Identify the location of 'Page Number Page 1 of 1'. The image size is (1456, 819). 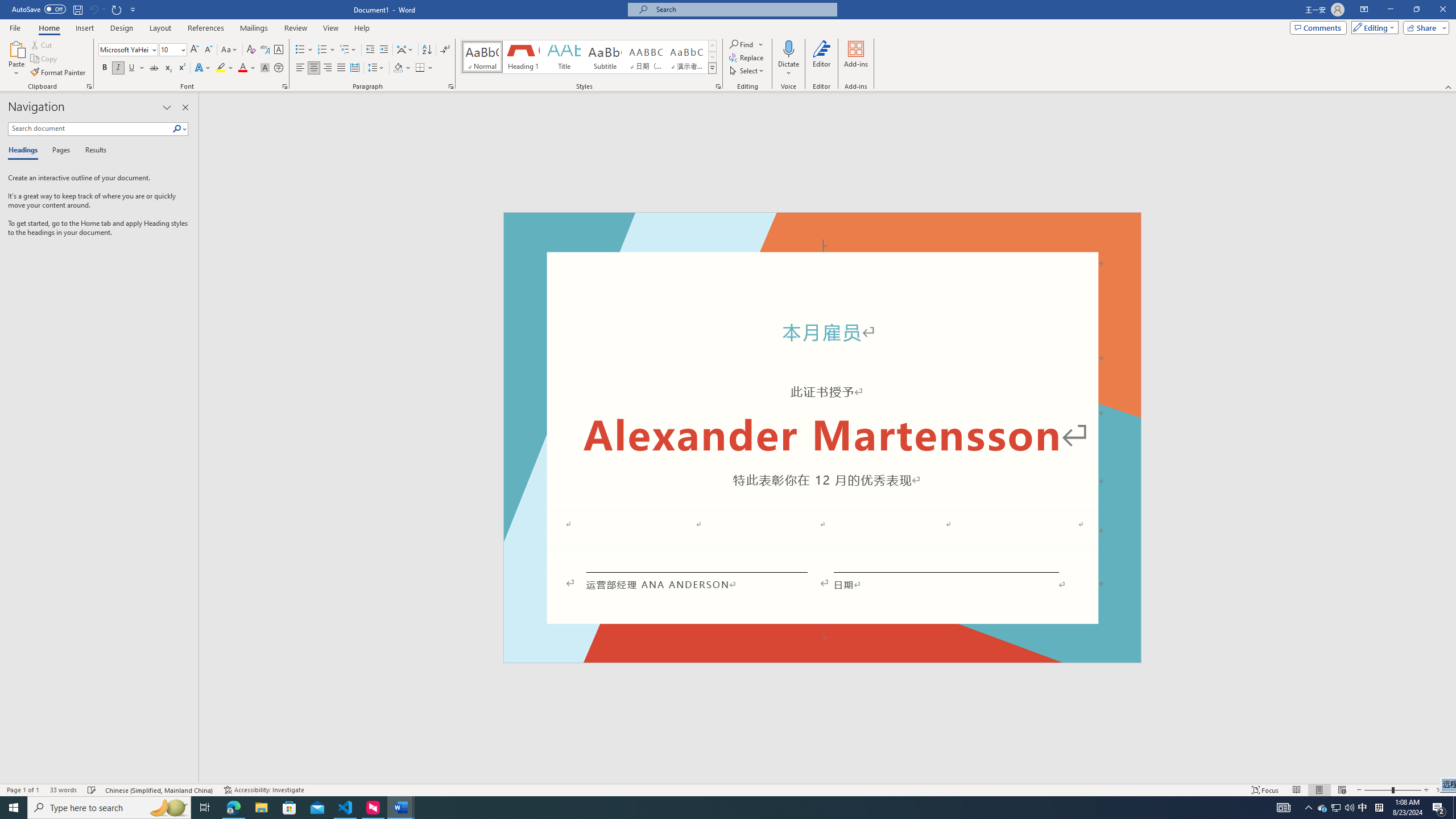
(23, 790).